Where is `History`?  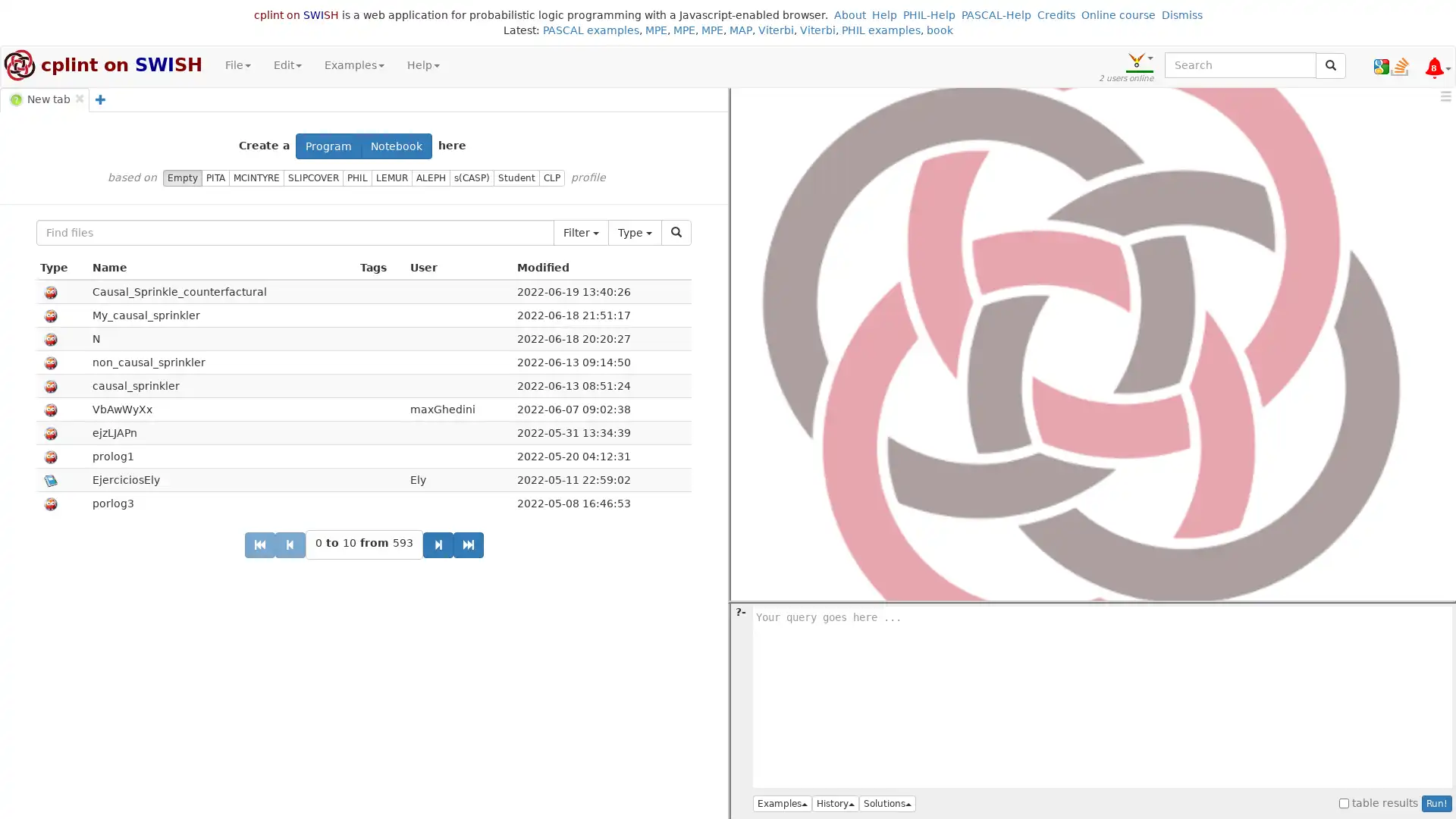 History is located at coordinates (835, 803).